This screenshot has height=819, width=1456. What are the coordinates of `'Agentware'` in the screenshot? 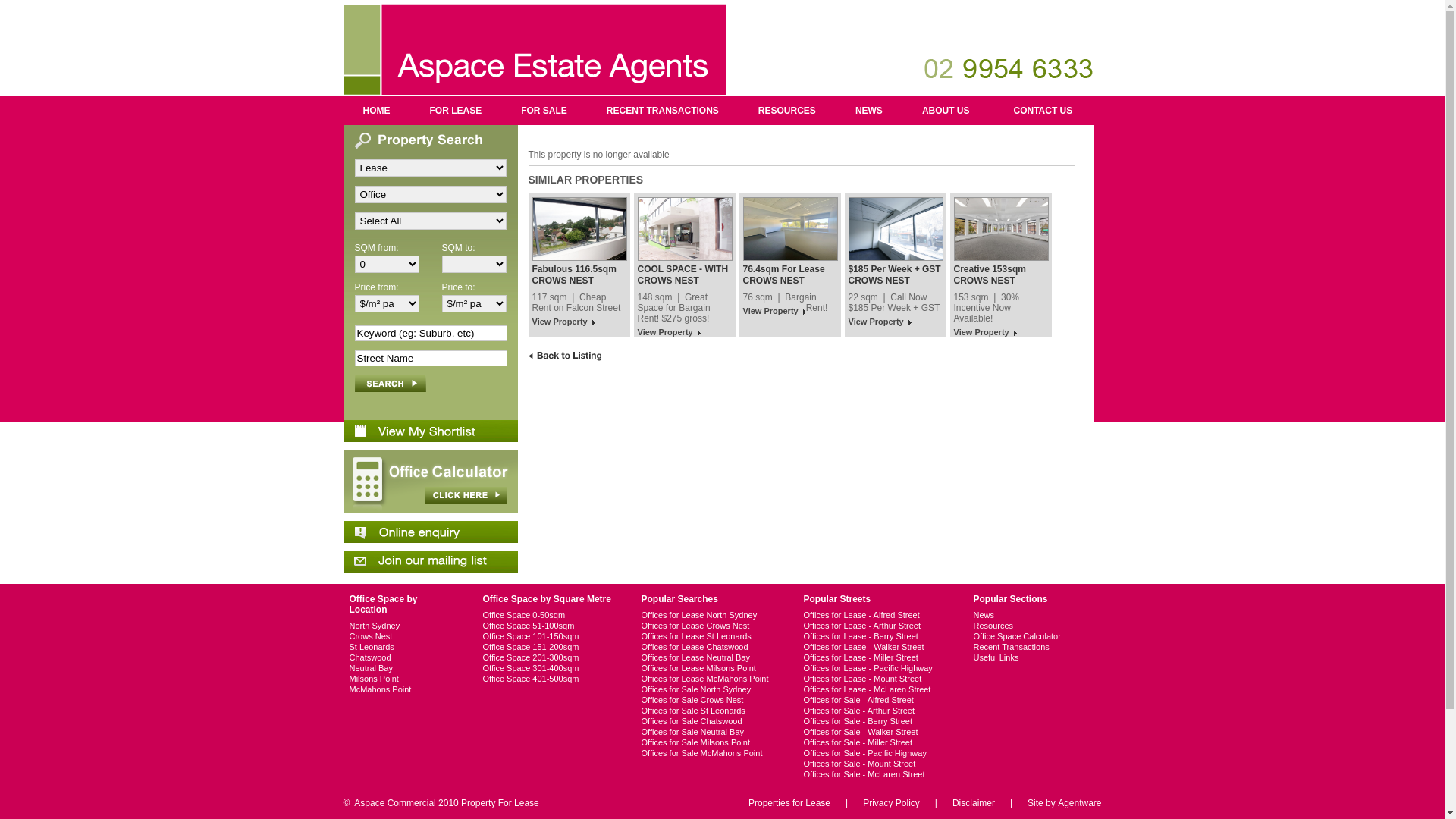 It's located at (1078, 802).